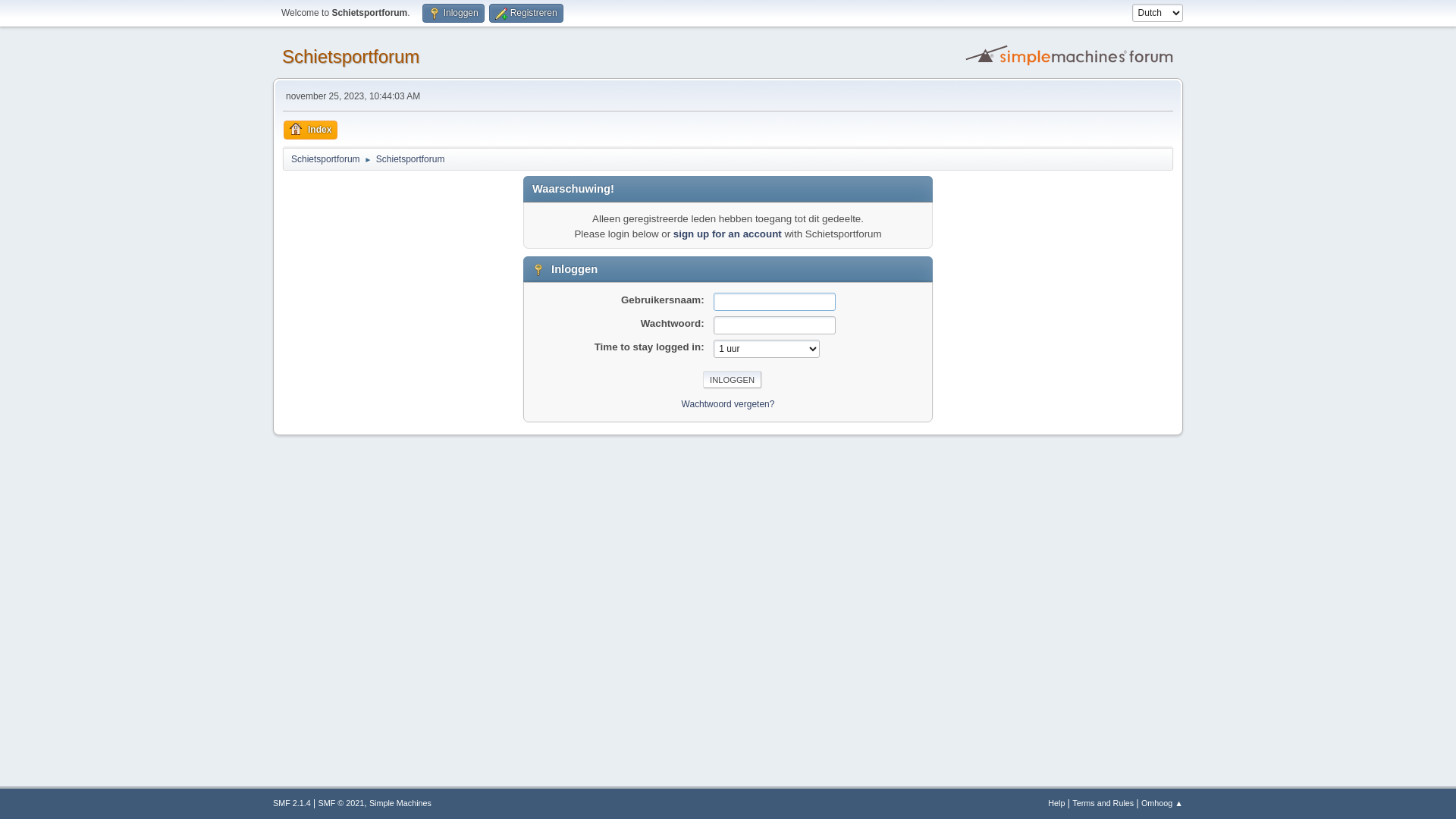 The width and height of the screenshot is (1456, 819). What do you see at coordinates (452, 13) in the screenshot?
I see `'Inloggen'` at bounding box center [452, 13].